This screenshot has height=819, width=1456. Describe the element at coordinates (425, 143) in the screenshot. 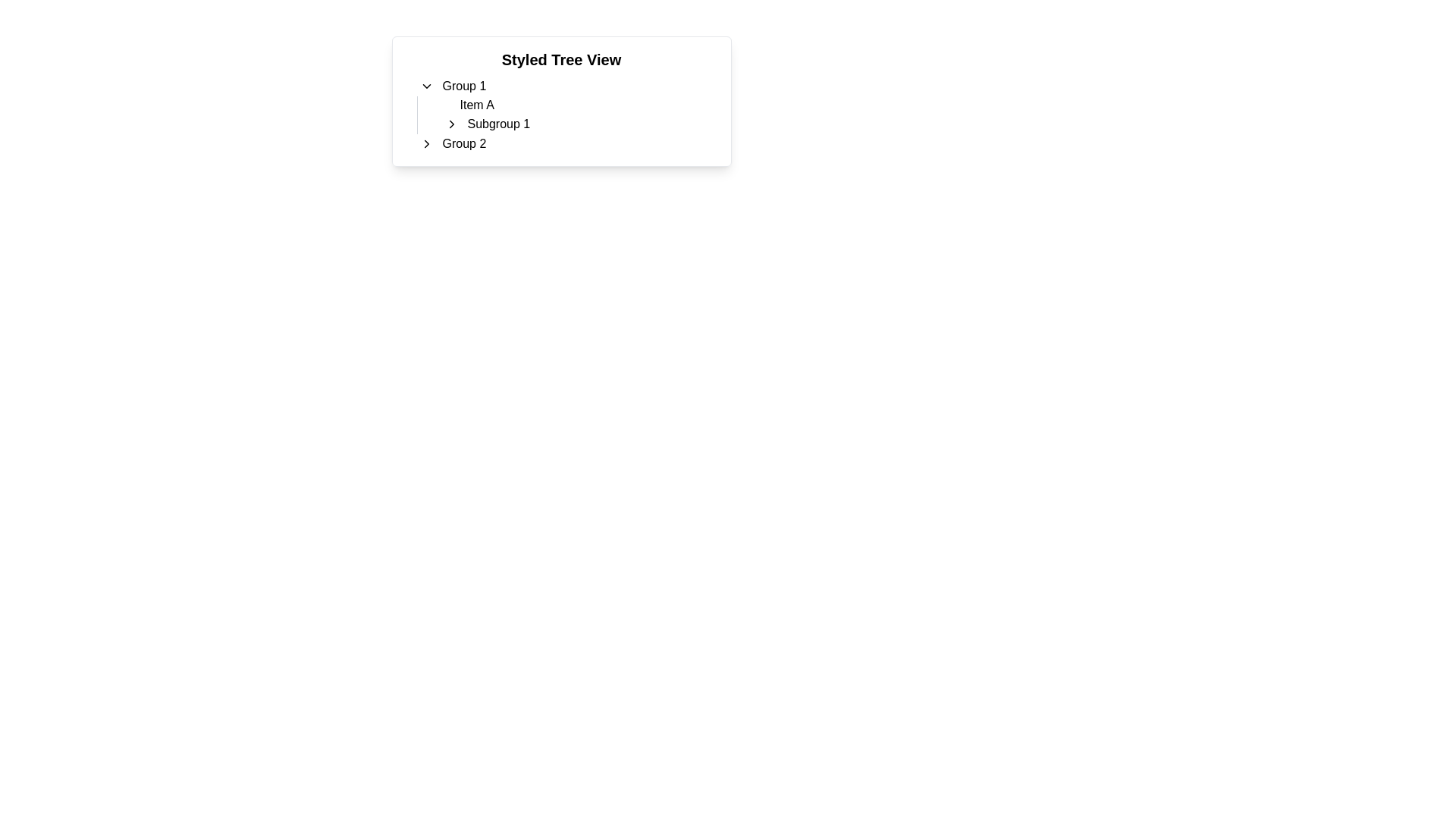

I see `the black chevron-shaped icon pointing to the right, located immediately to the left of the text label 'Group 2' in the tree view structure` at that location.